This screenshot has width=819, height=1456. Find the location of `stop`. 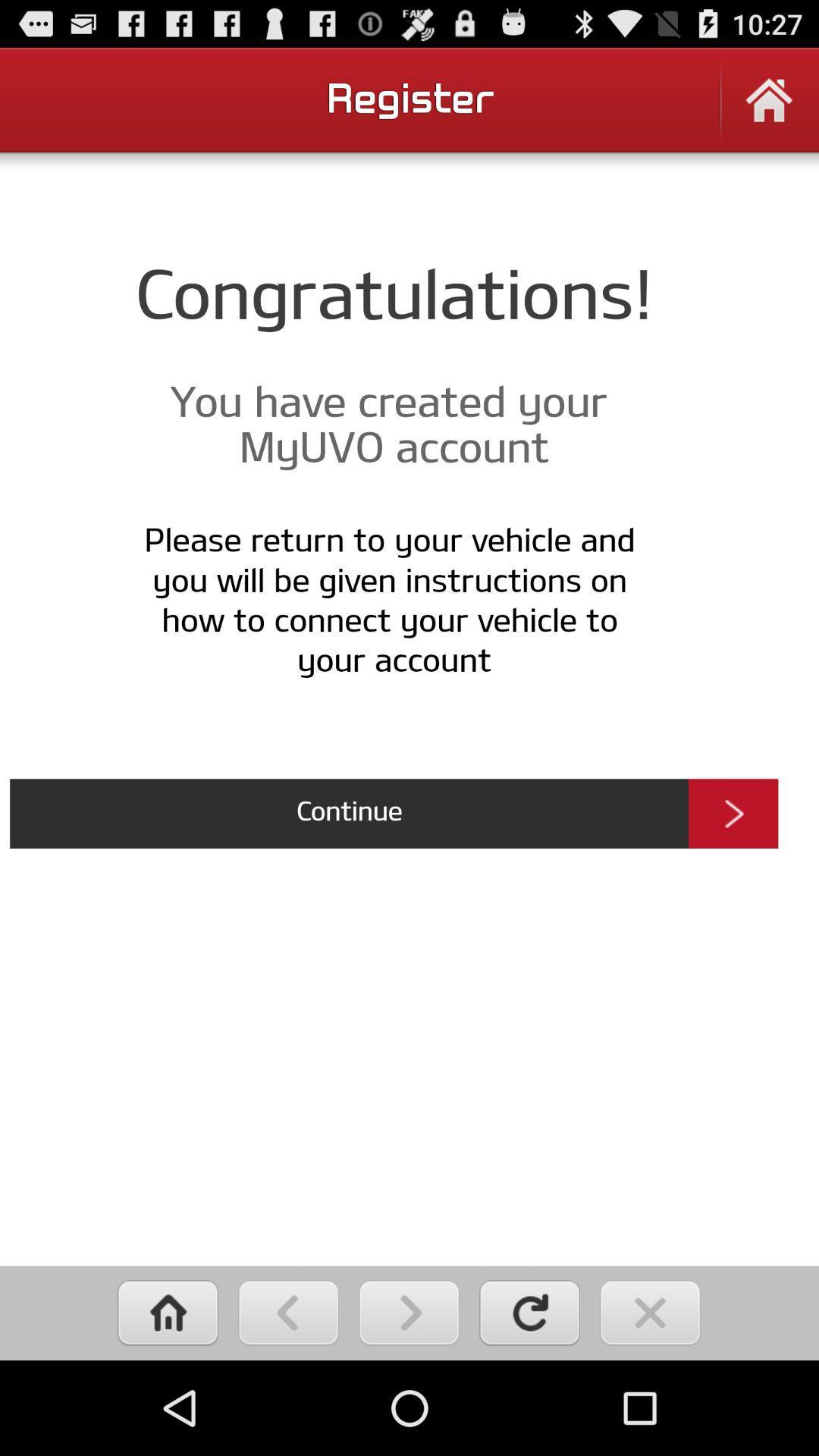

stop is located at coordinates (649, 1312).